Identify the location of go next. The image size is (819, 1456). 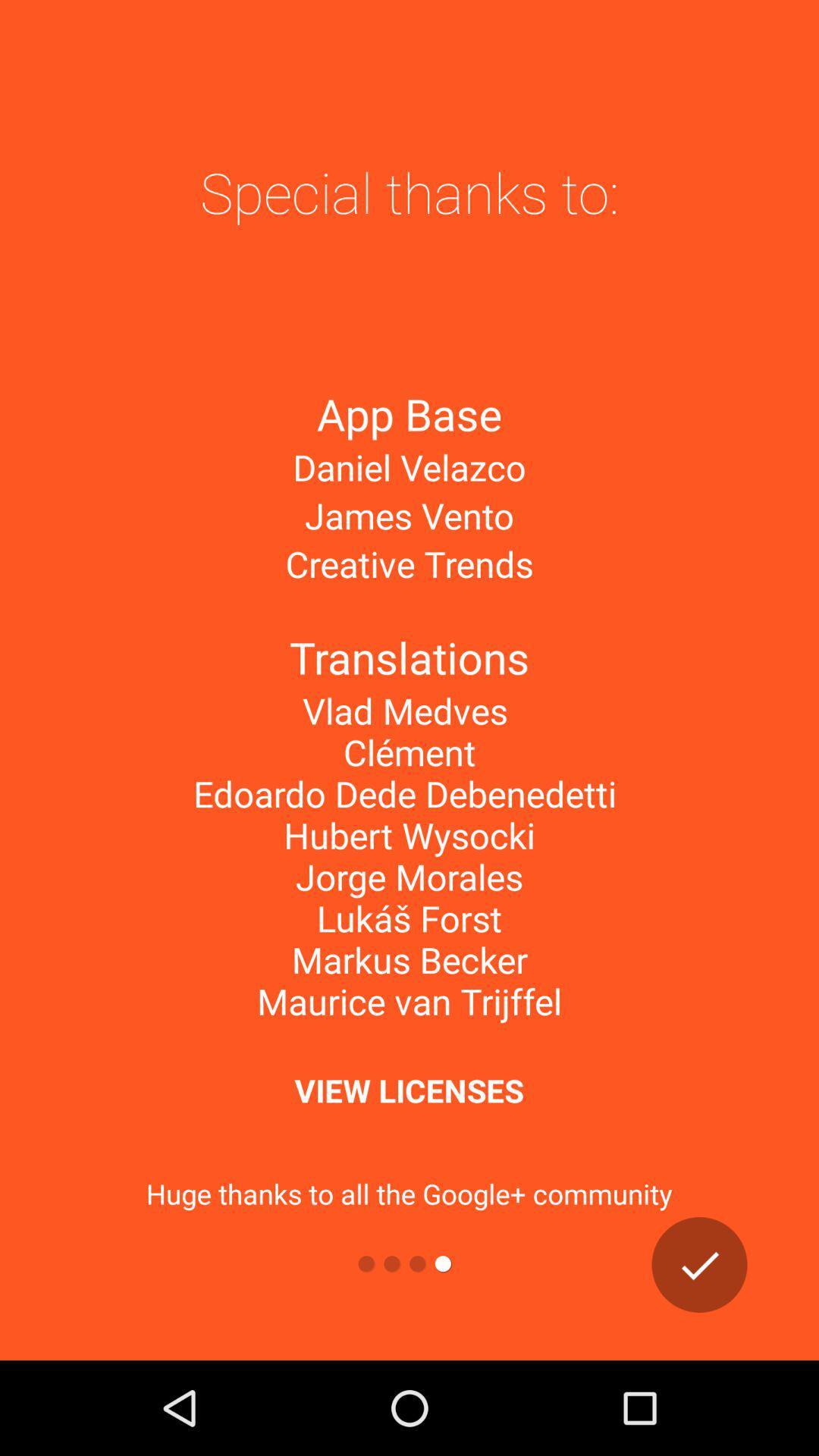
(699, 1264).